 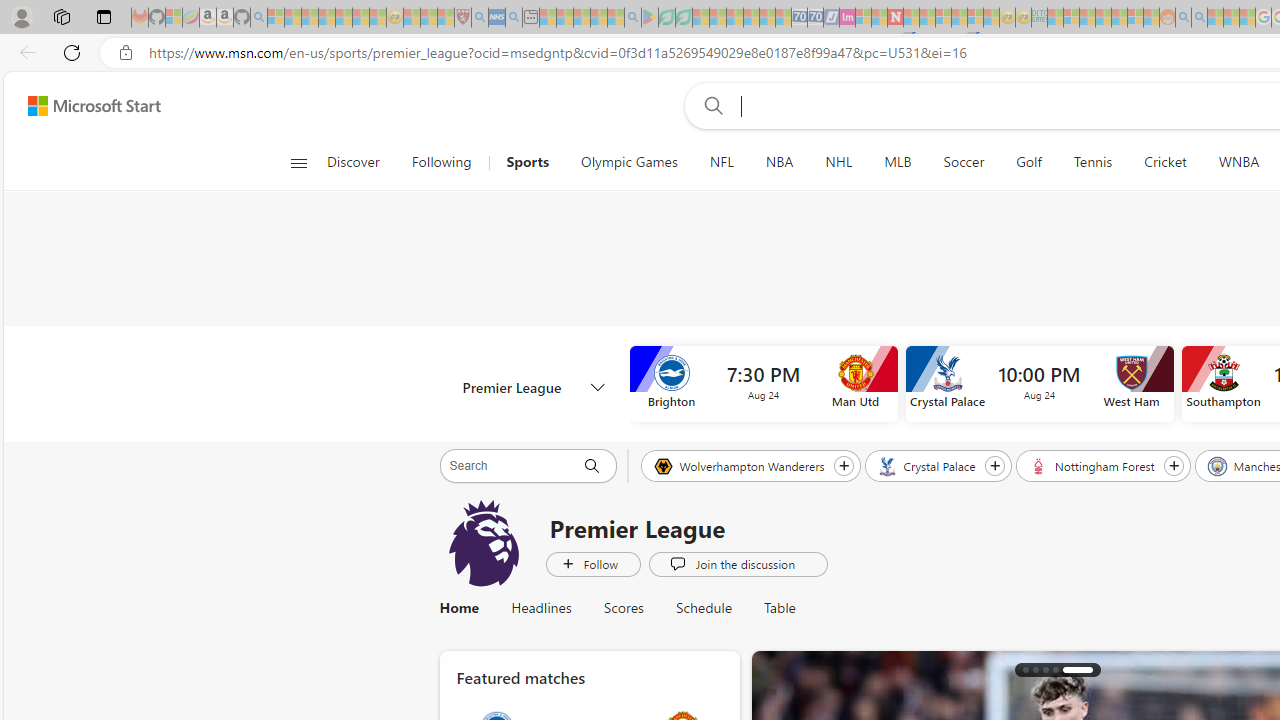 What do you see at coordinates (839, 162) in the screenshot?
I see `'NHL'` at bounding box center [839, 162].